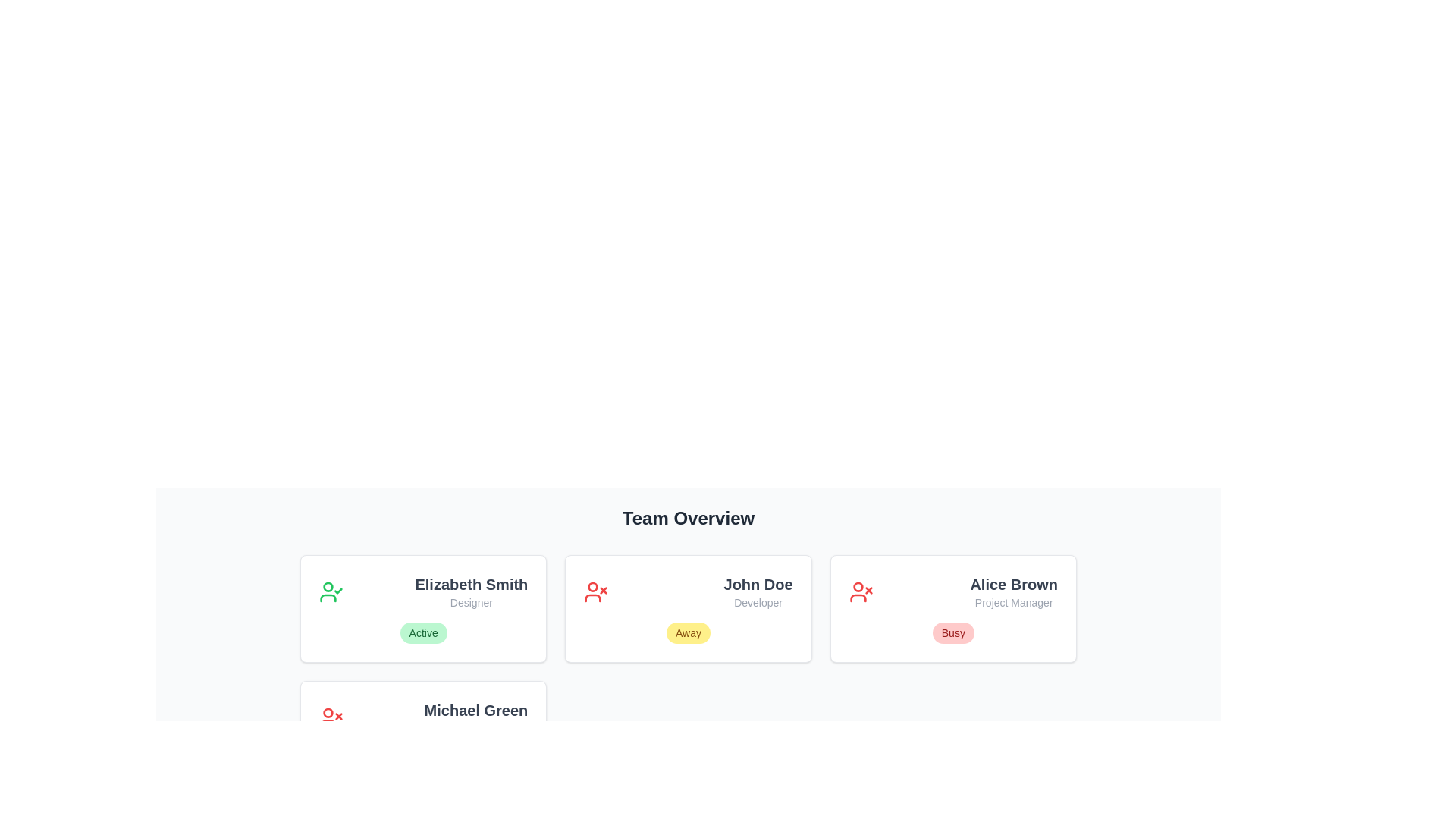 Image resolution: width=1456 pixels, height=819 pixels. Describe the element at coordinates (758, 601) in the screenshot. I see `the text label displaying 'Developer' located within John Doe's profile card, positioned below the name 'John Doe' in the Team Overview layout` at that location.